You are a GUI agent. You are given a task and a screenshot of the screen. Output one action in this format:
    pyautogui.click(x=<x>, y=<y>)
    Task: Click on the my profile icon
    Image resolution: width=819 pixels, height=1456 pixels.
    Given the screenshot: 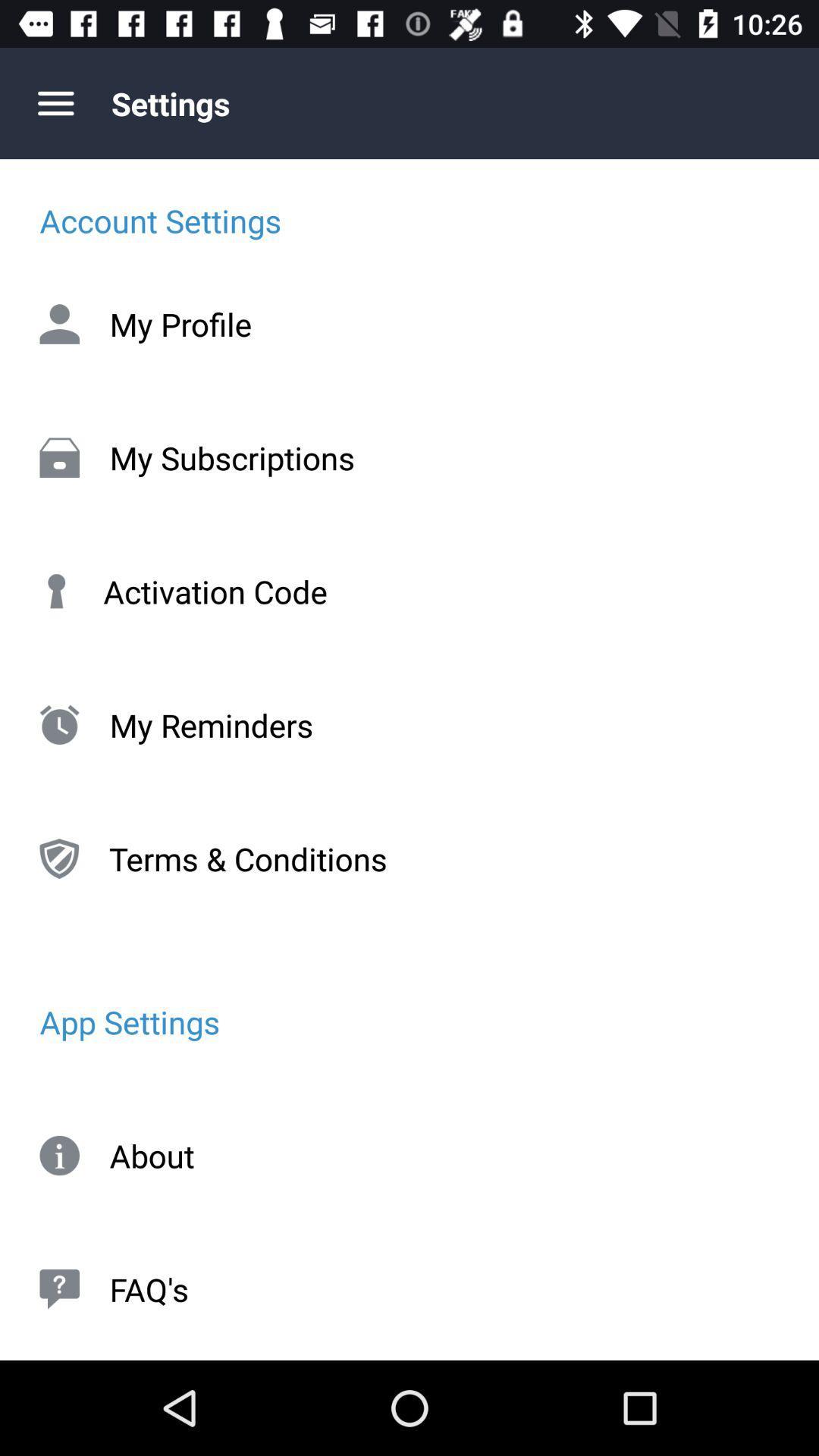 What is the action you would take?
    pyautogui.click(x=409, y=323)
    